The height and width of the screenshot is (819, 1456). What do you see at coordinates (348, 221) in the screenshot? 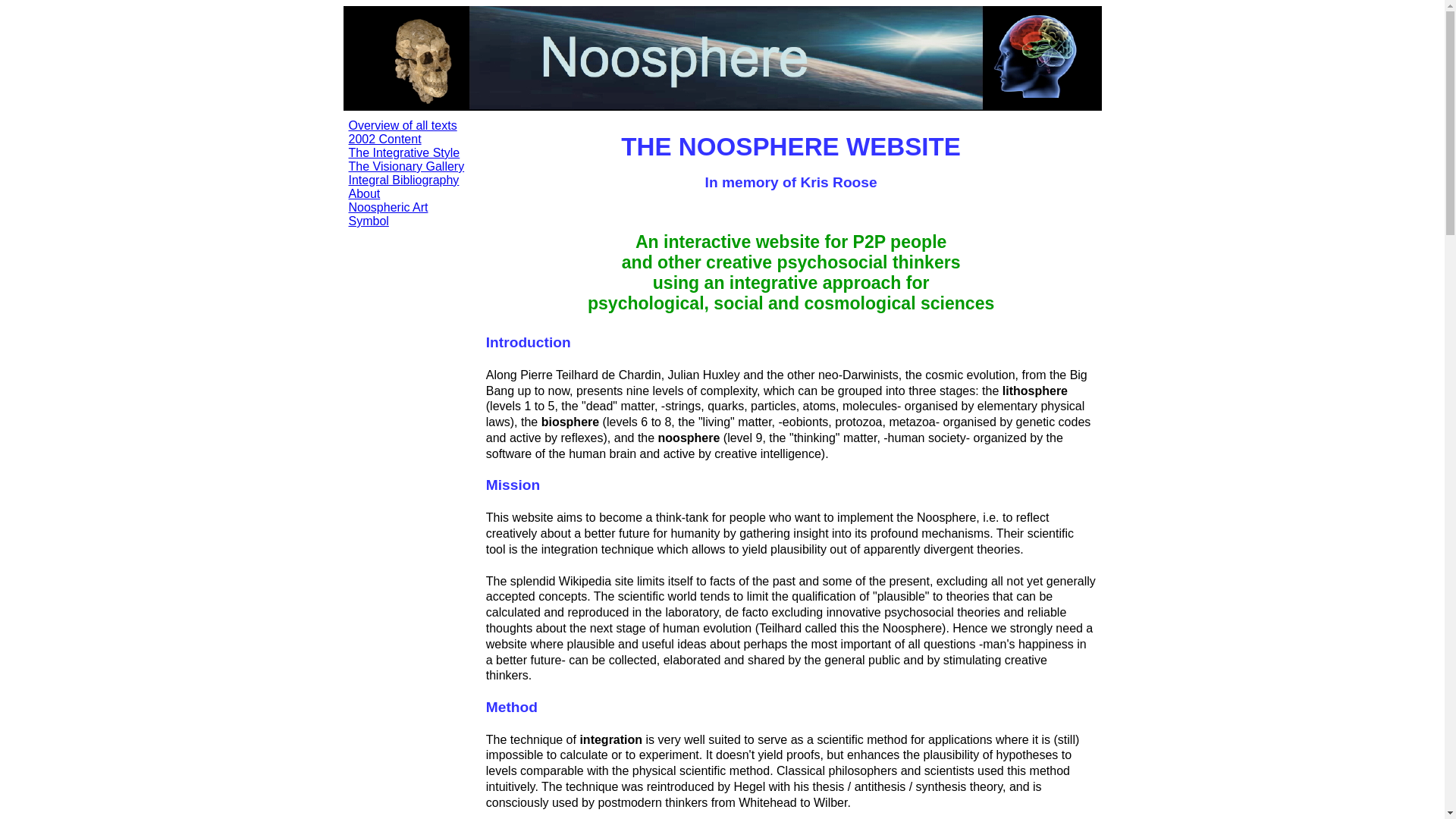
I see `'Symbol'` at bounding box center [348, 221].